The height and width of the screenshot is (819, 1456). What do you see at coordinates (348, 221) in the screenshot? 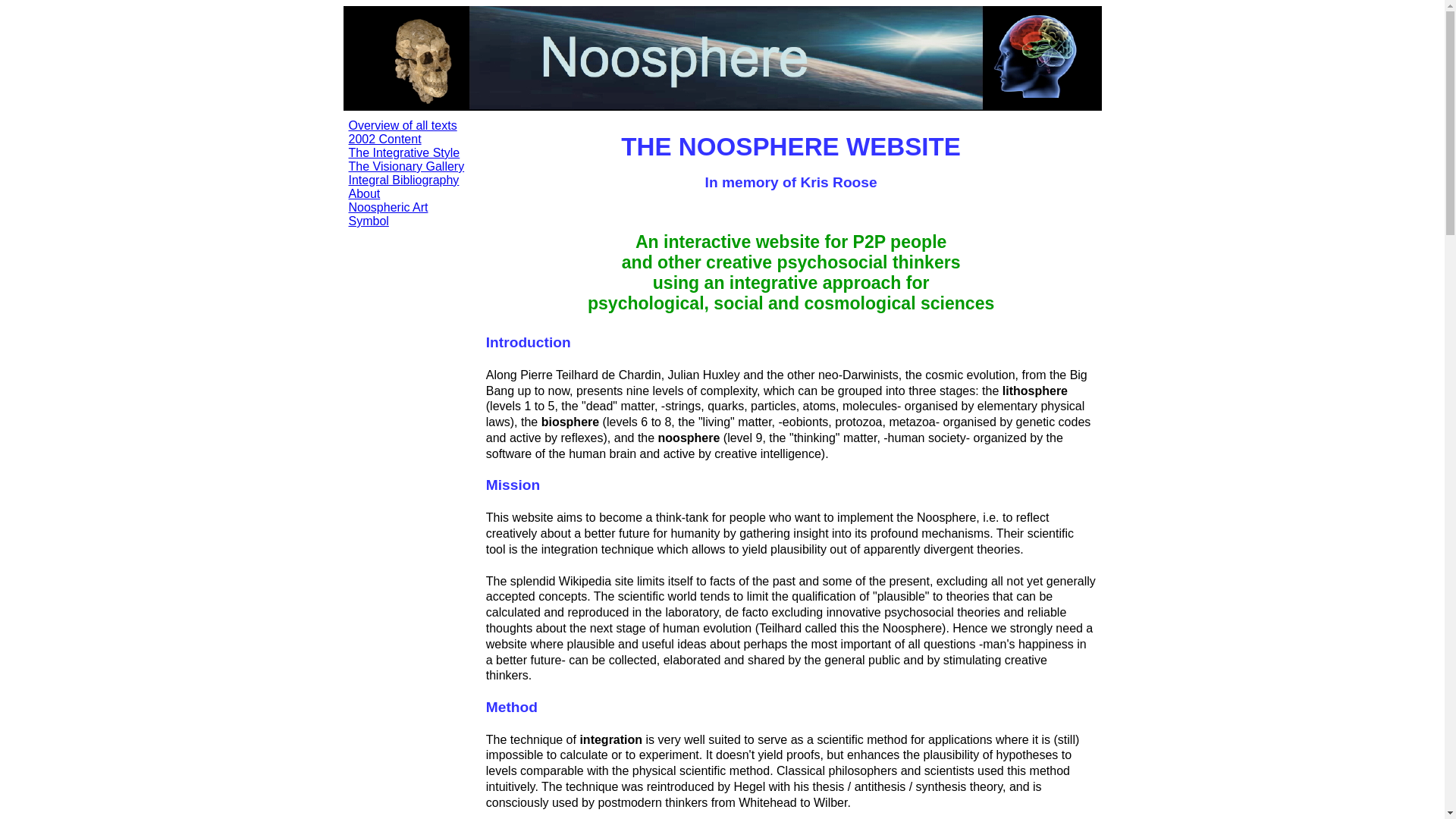
I see `'Symbol'` at bounding box center [348, 221].